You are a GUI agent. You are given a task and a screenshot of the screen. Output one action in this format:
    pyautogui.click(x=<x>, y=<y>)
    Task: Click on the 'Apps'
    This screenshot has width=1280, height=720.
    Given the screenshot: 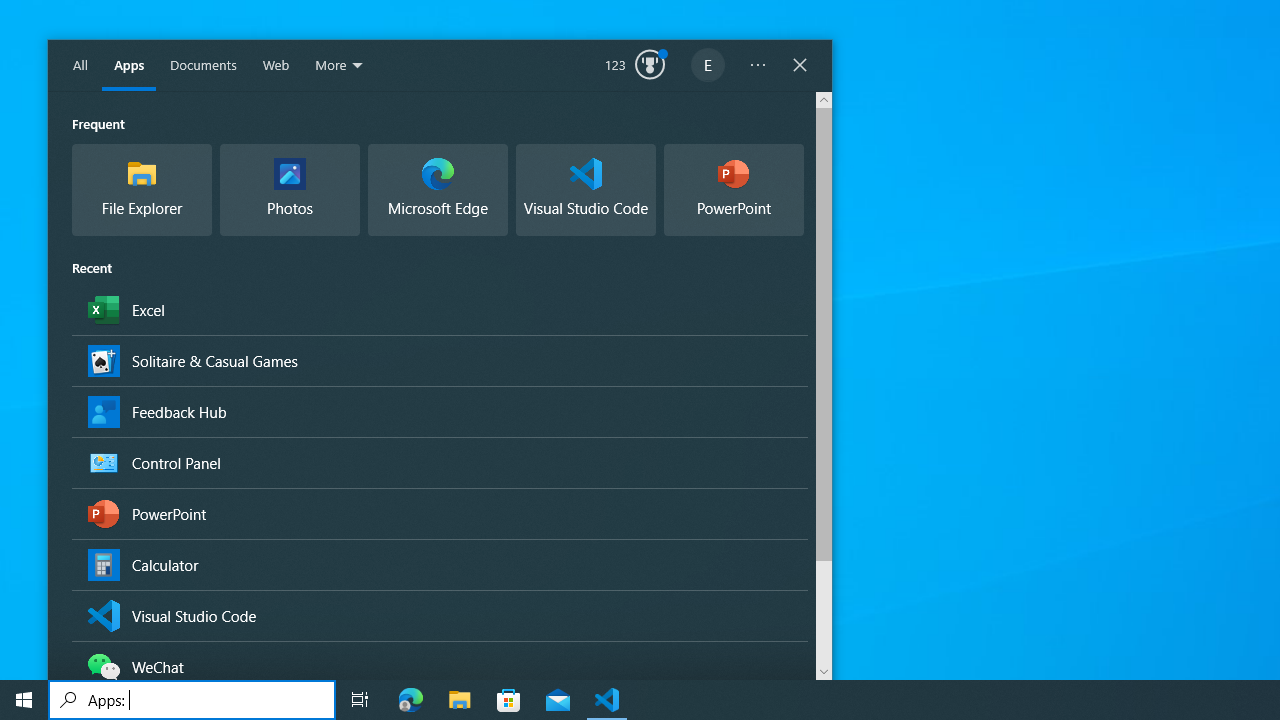 What is the action you would take?
    pyautogui.click(x=128, y=65)
    